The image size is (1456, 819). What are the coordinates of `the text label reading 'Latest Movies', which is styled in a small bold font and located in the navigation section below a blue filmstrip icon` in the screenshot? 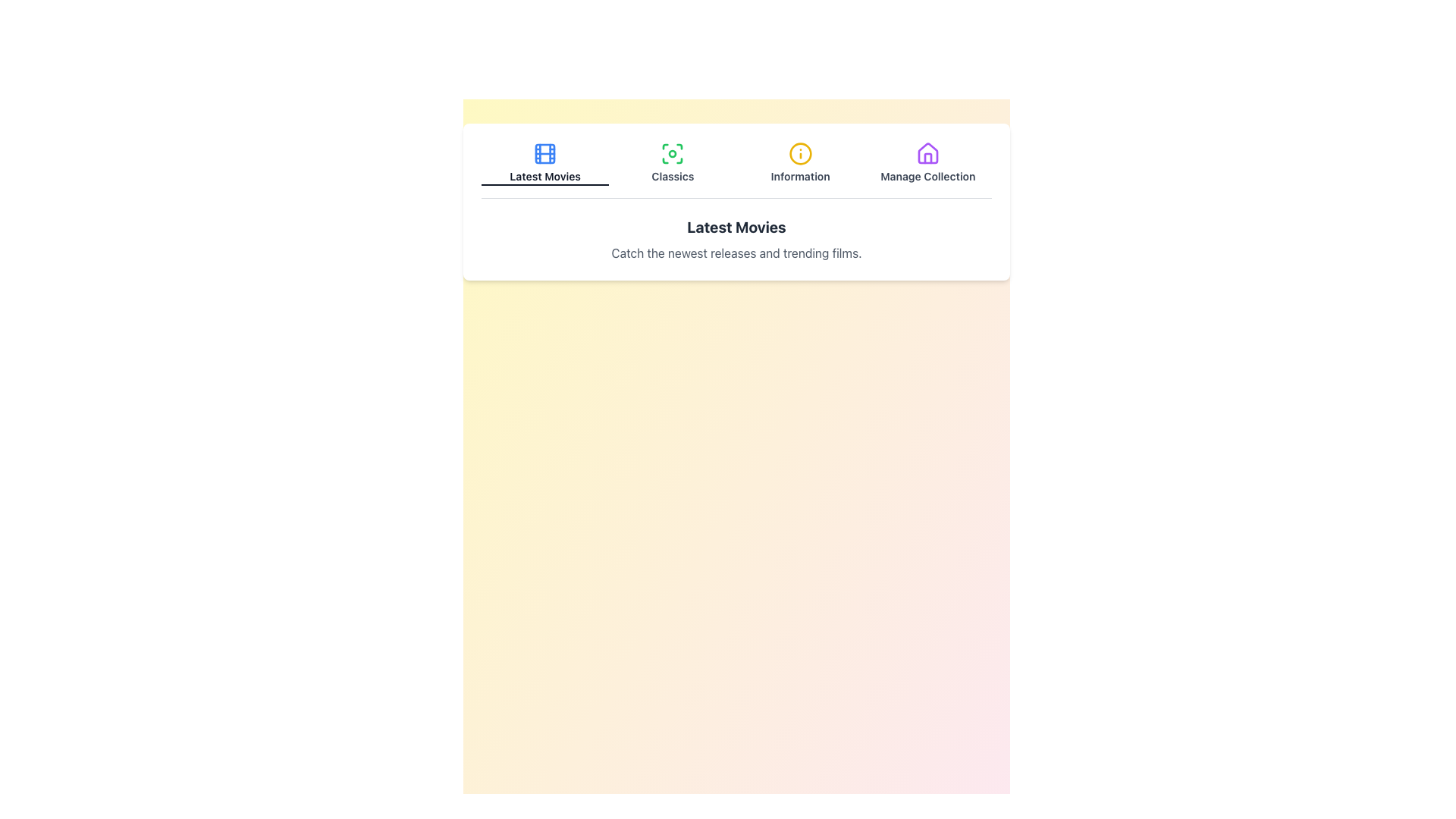 It's located at (545, 175).